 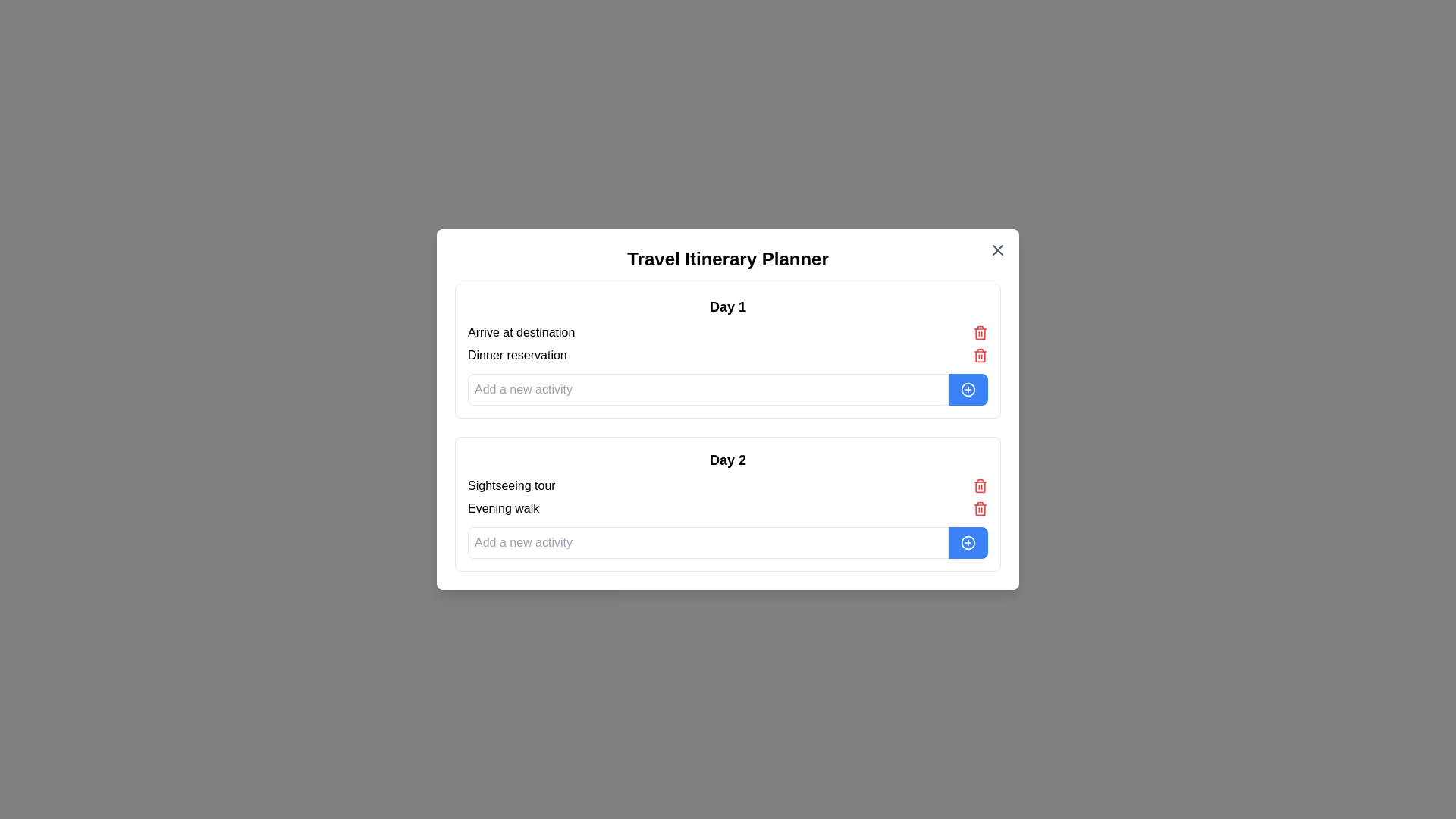 What do you see at coordinates (980, 486) in the screenshot?
I see `the Trash/Delete icon located on the far right of the 'Day 1' section` at bounding box center [980, 486].